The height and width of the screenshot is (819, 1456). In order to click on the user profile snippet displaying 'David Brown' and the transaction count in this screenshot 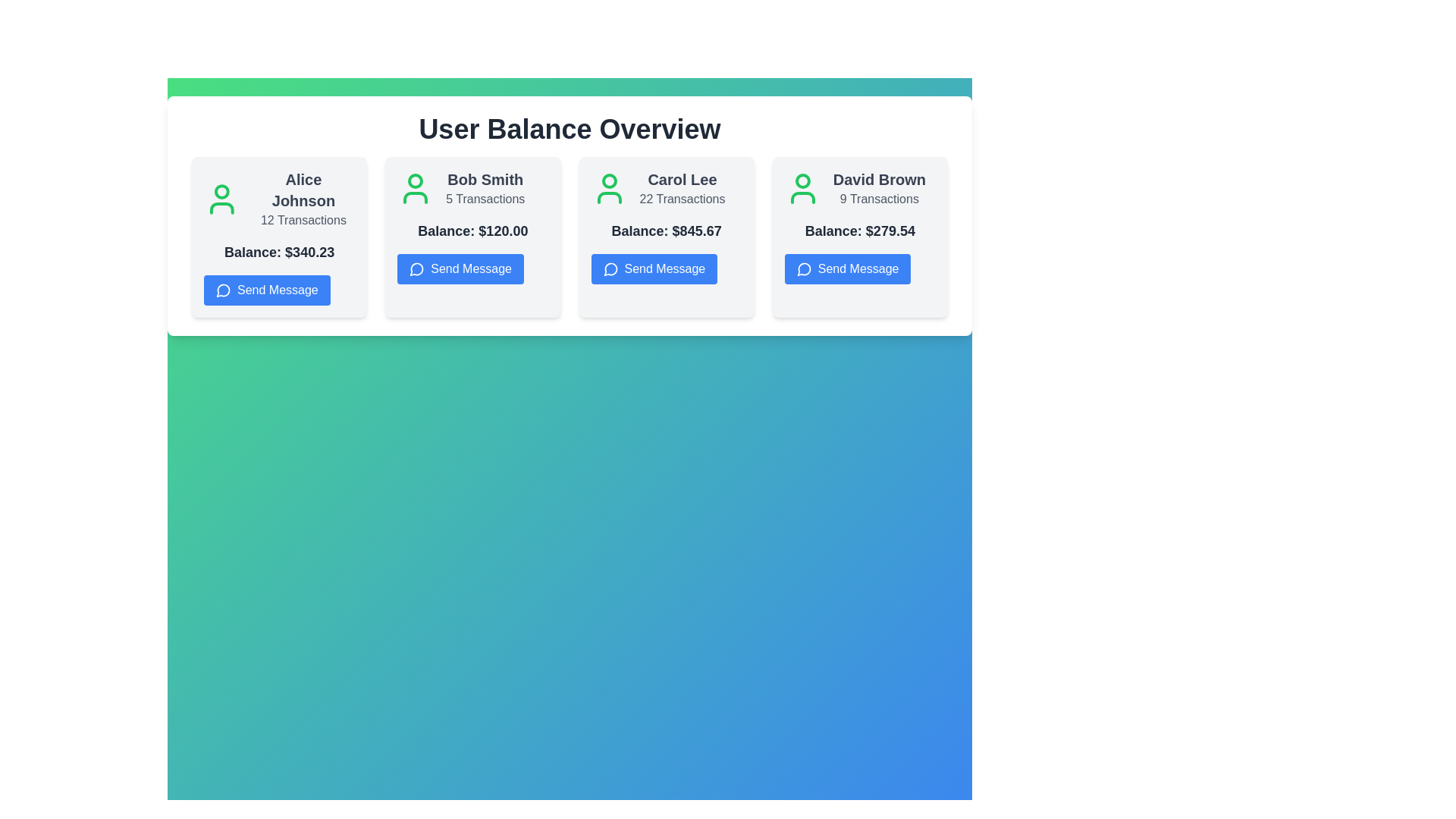, I will do `click(860, 188)`.